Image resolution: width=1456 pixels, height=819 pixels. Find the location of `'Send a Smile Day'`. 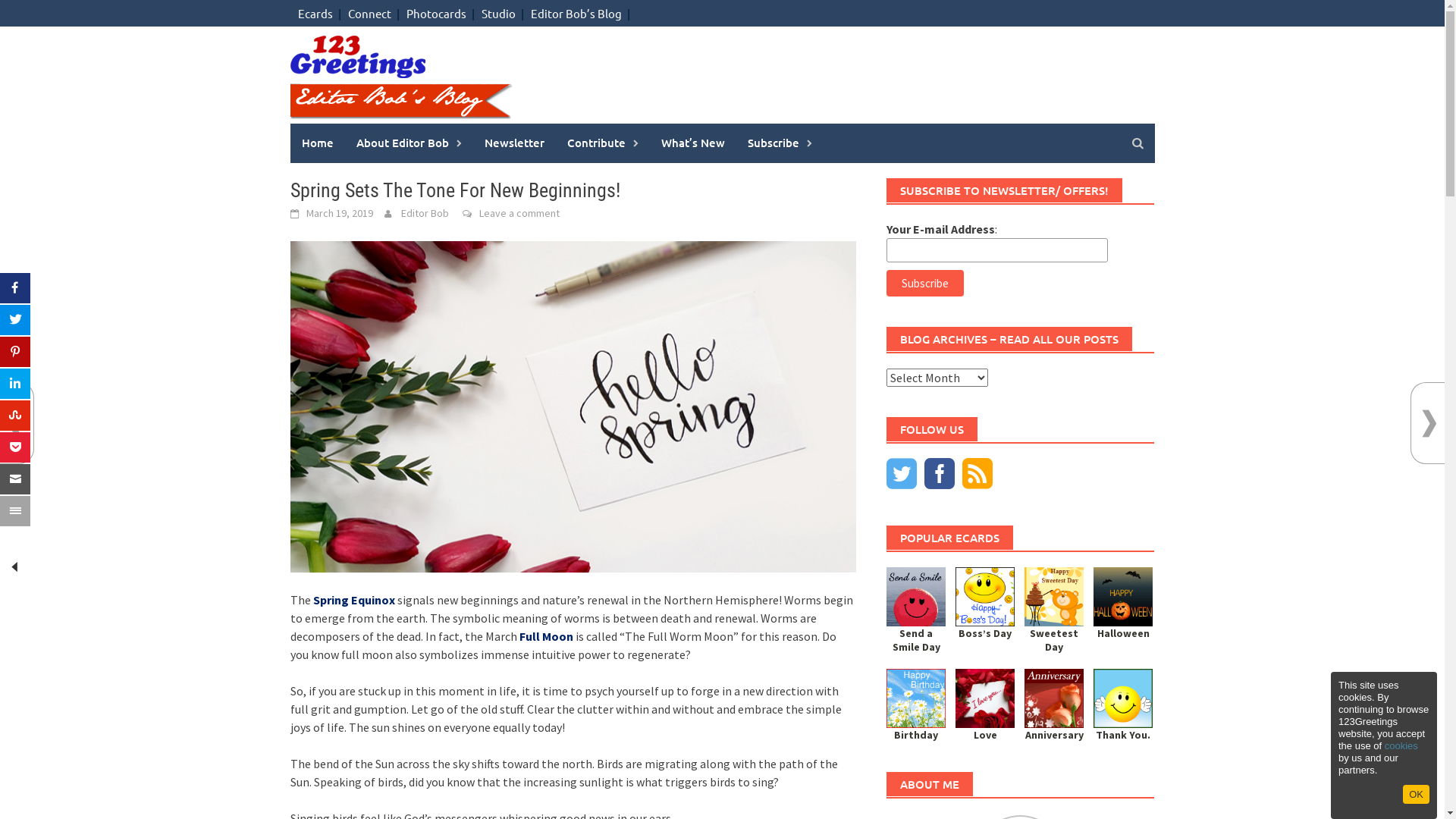

'Send a Smile Day' is located at coordinates (915, 640).